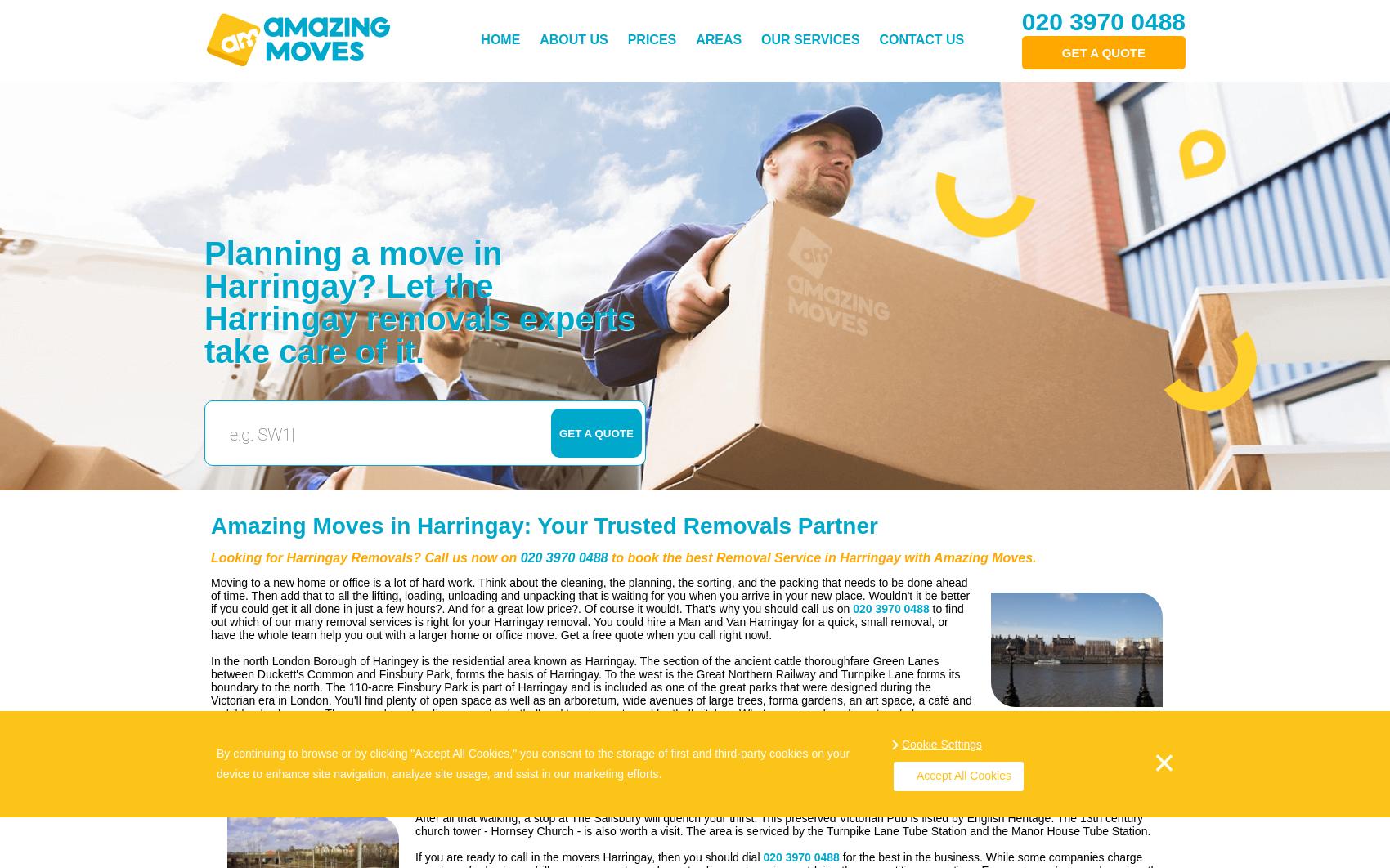 The height and width of the screenshot is (868, 1390). I want to click on 'to book the best Removal Service in Harringay with Amazing Moves.', so click(821, 557).